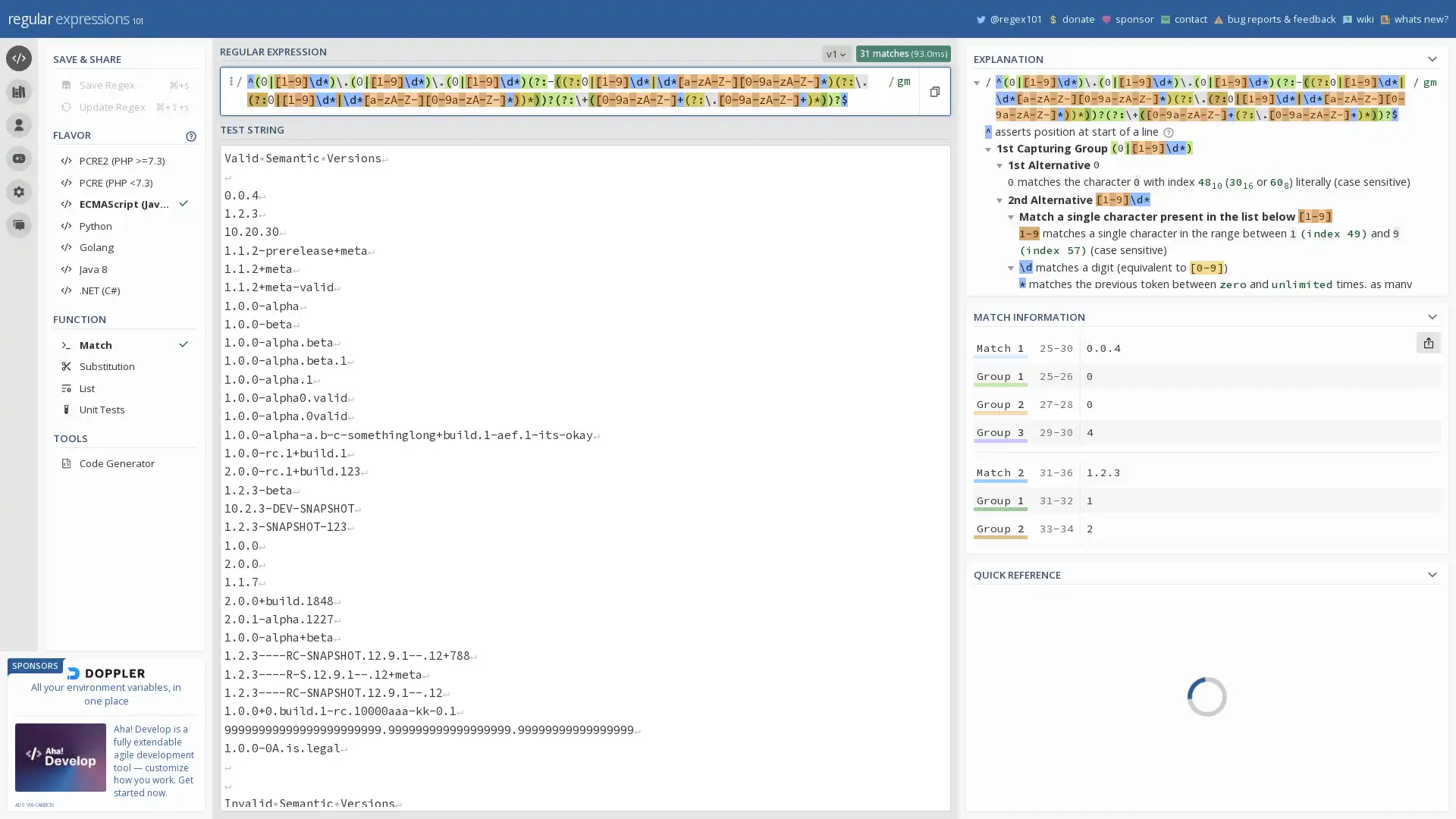 The image size is (1456, 819). What do you see at coordinates (124, 344) in the screenshot?
I see `Match` at bounding box center [124, 344].